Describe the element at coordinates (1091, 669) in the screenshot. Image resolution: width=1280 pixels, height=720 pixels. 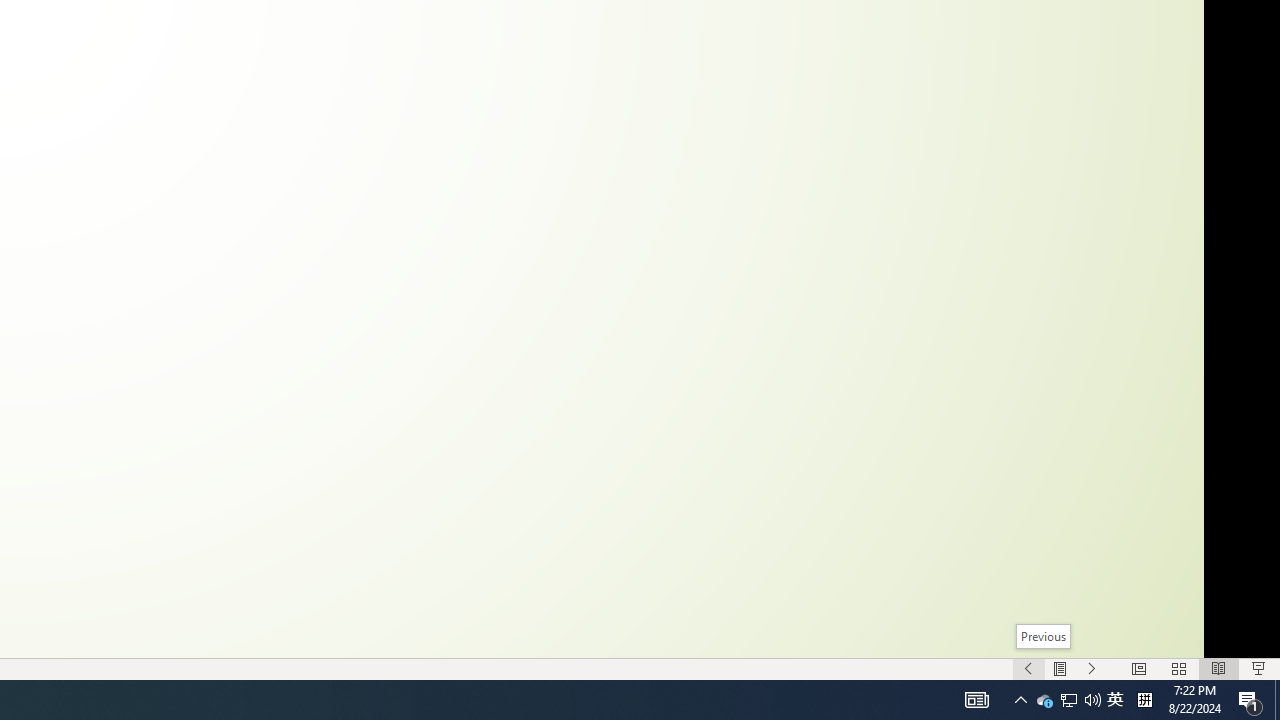
I see `'Slide Show Next On'` at that location.